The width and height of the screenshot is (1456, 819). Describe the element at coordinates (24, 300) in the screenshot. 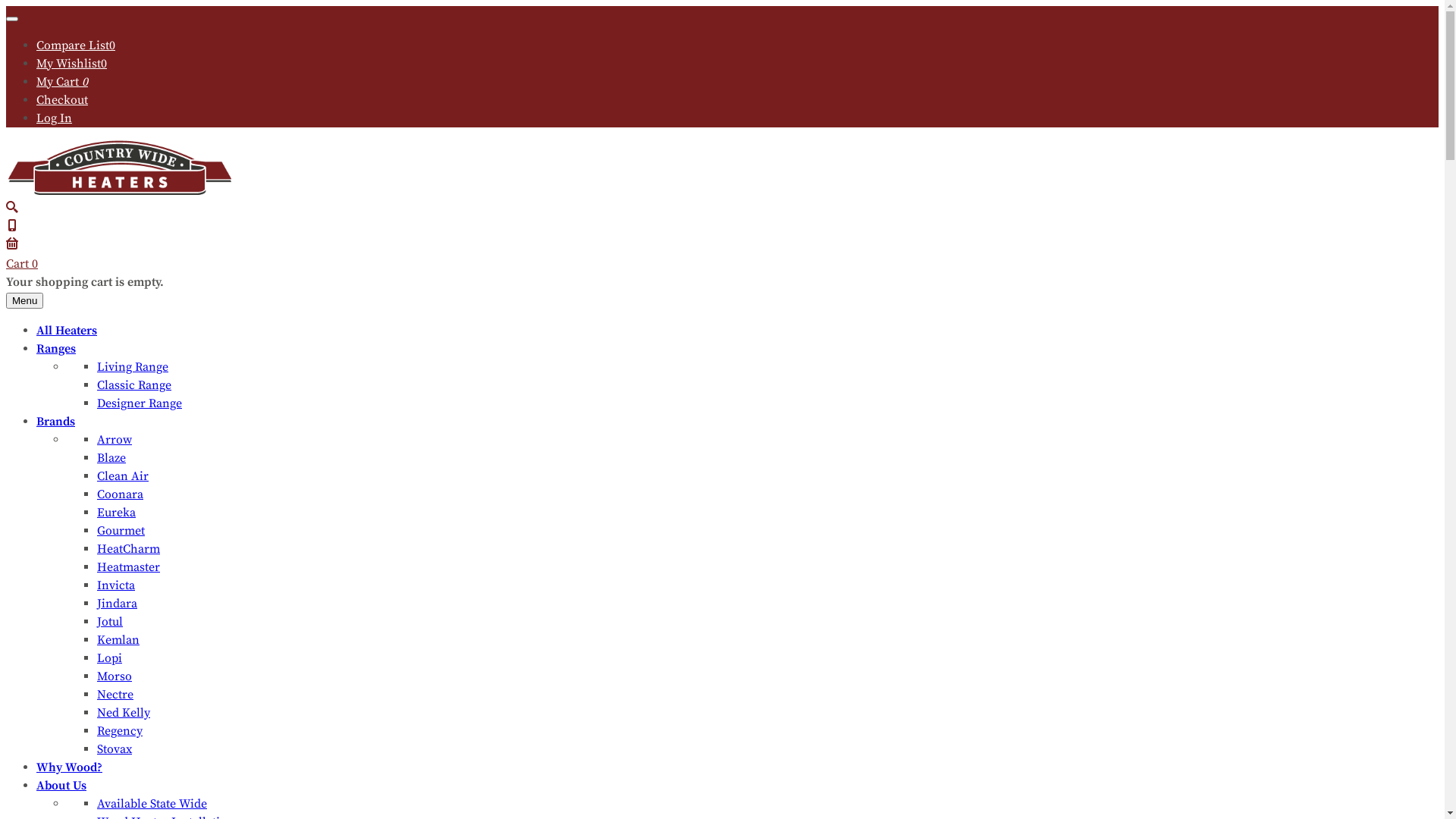

I see `'Menu'` at that location.